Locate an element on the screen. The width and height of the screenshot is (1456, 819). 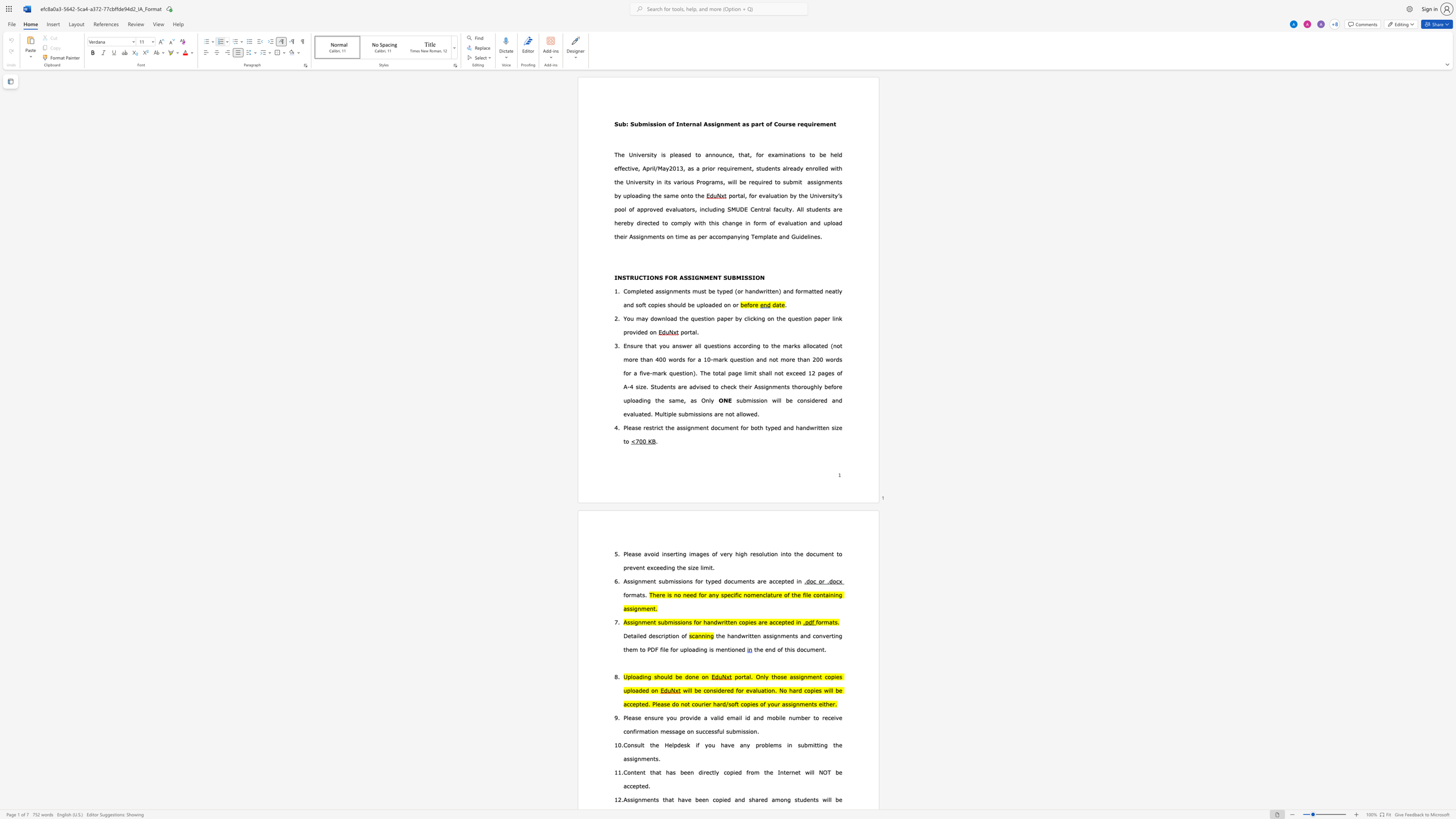
the space between the continuous character "h" and "a" in the text is located at coordinates (799, 427).